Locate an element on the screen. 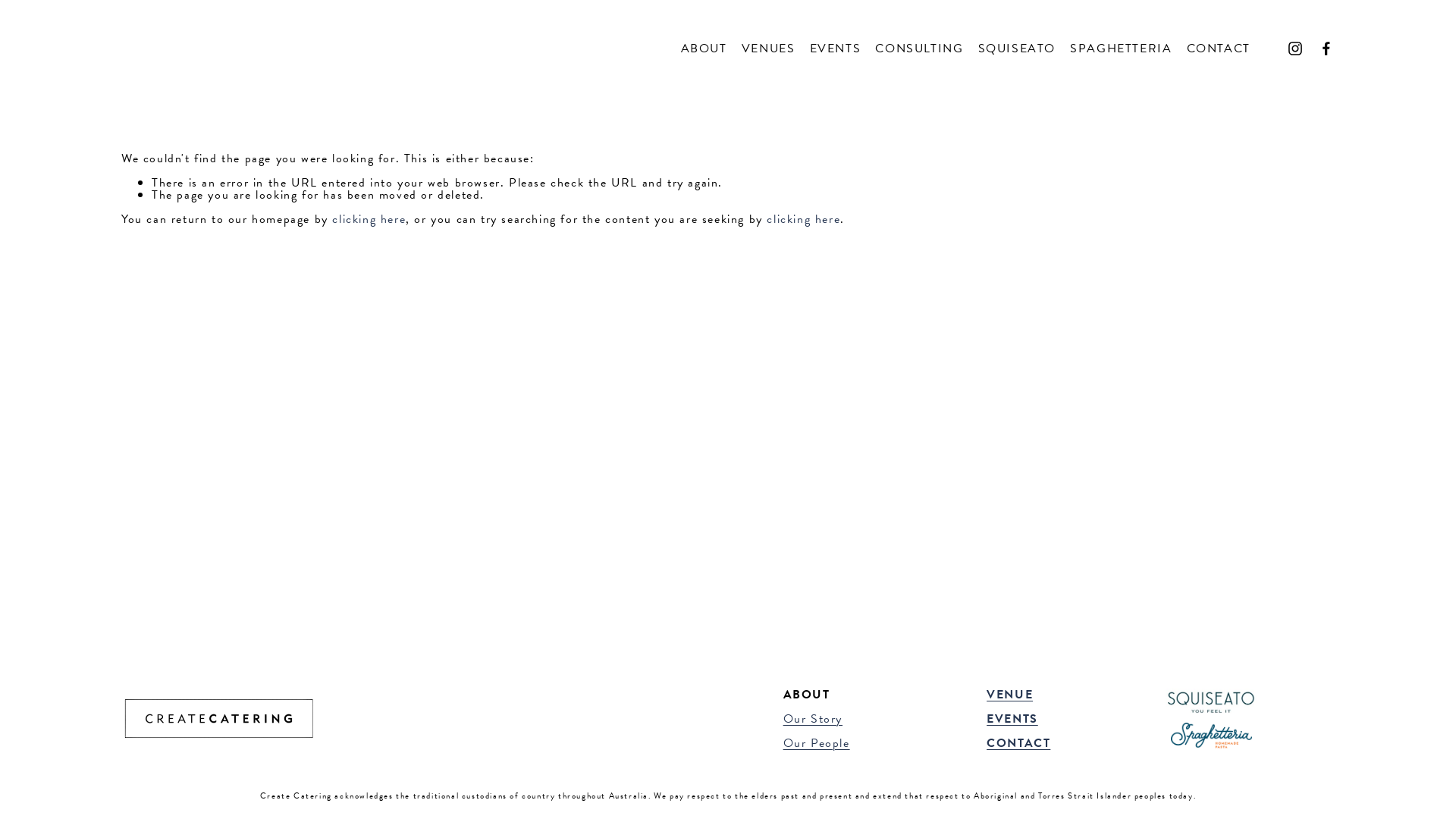 The width and height of the screenshot is (1456, 819). 'clicking here' is located at coordinates (369, 219).